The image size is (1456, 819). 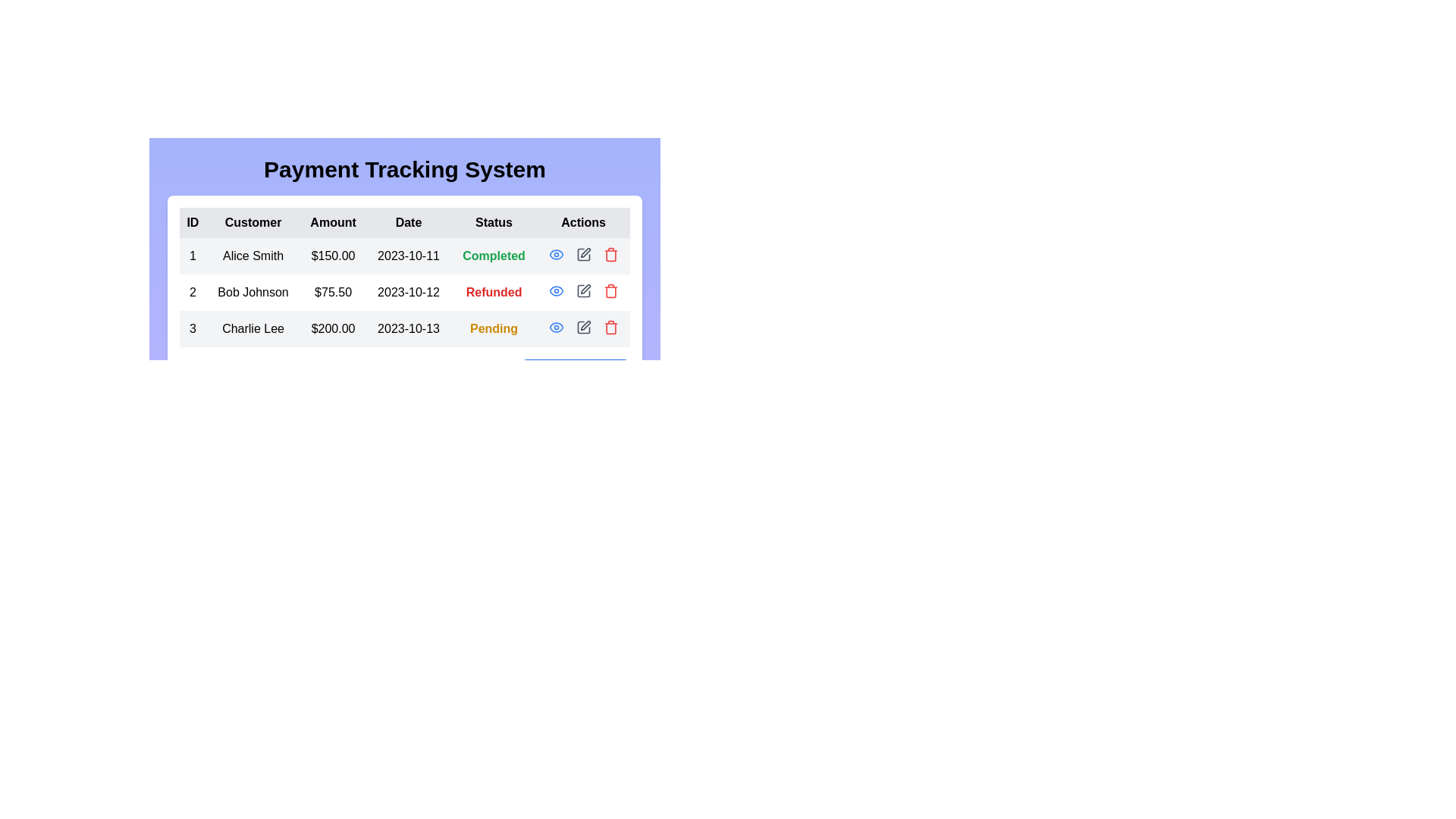 What do you see at coordinates (408, 292) in the screenshot?
I see `the text displaying the date '2023-10-12' in the fourth column of the second row of the table under the 'Date' column for 'Bob Johnson'` at bounding box center [408, 292].